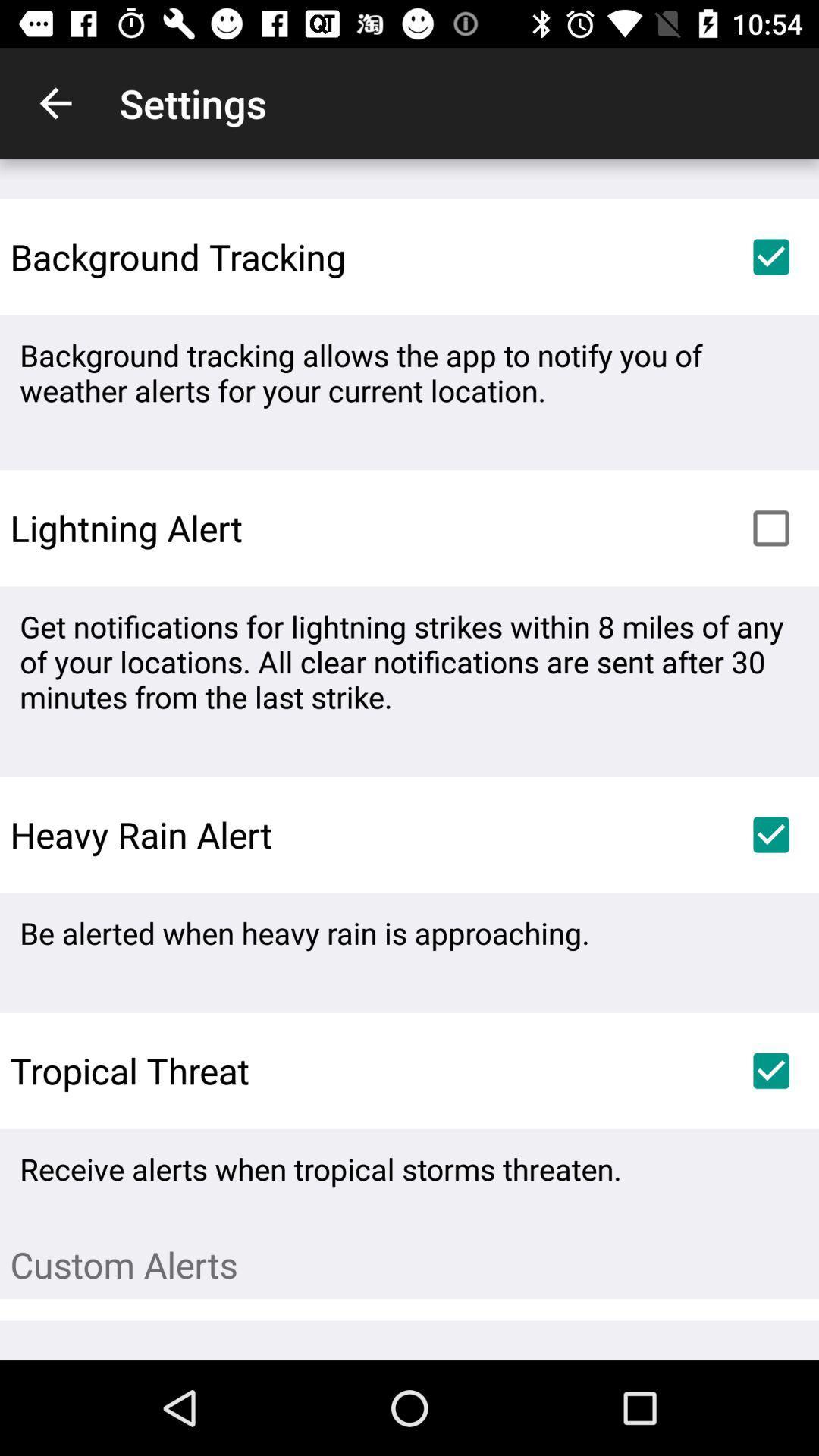 This screenshot has width=819, height=1456. What do you see at coordinates (771, 833) in the screenshot?
I see `item below the get notifications for item` at bounding box center [771, 833].